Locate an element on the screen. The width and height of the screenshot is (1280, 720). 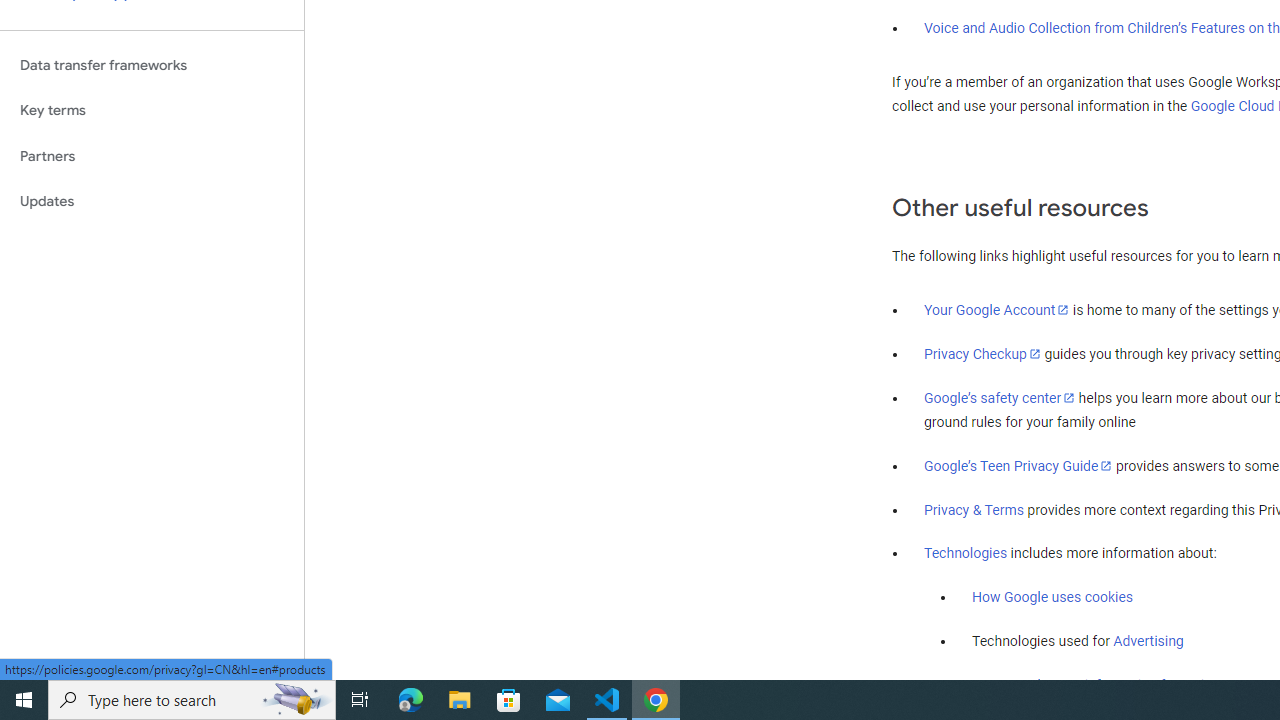
'Technologies' is located at coordinates (966, 554).